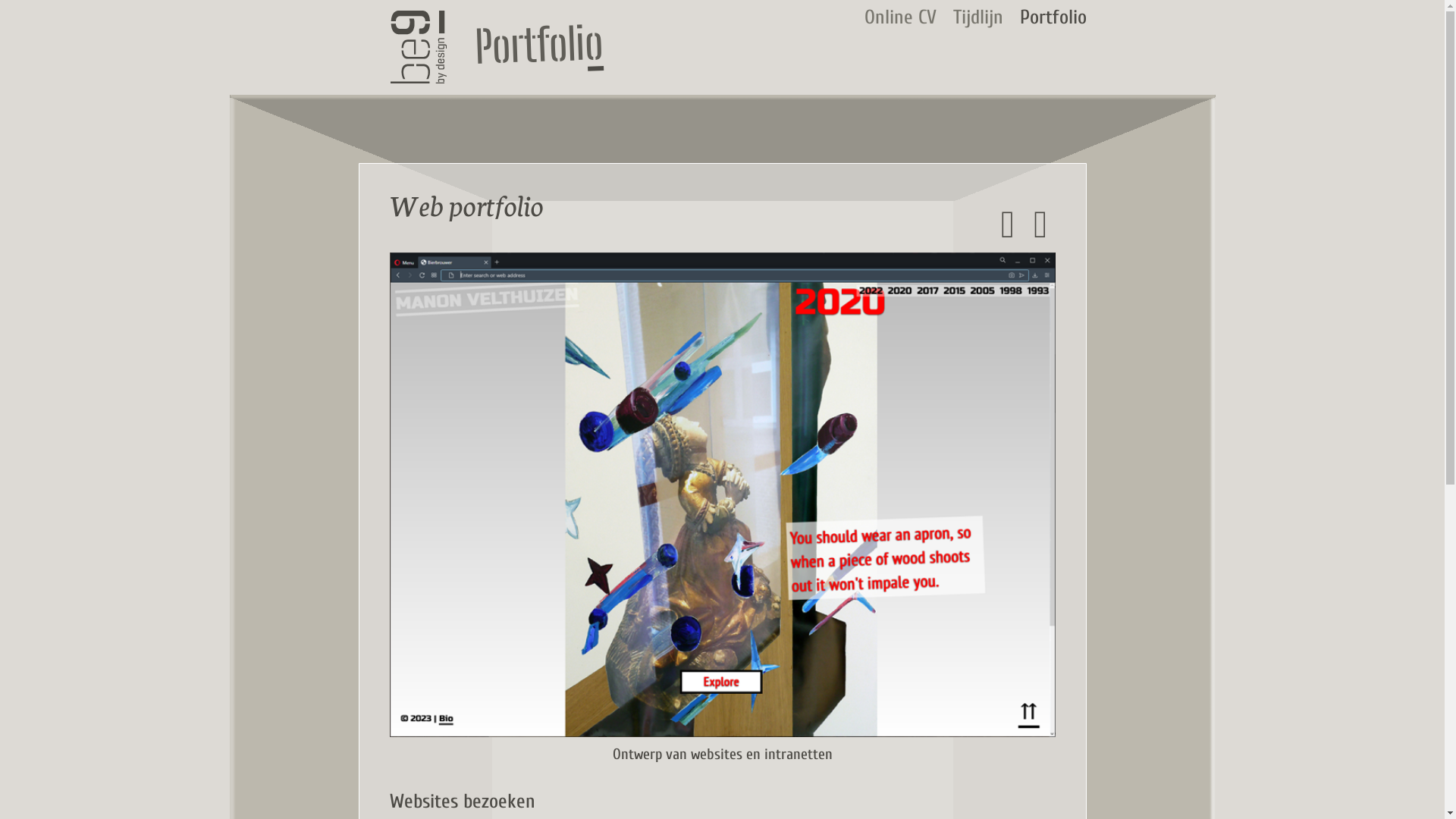 This screenshot has height=819, width=1456. Describe the element at coordinates (900, 17) in the screenshot. I see `'Online CV'` at that location.